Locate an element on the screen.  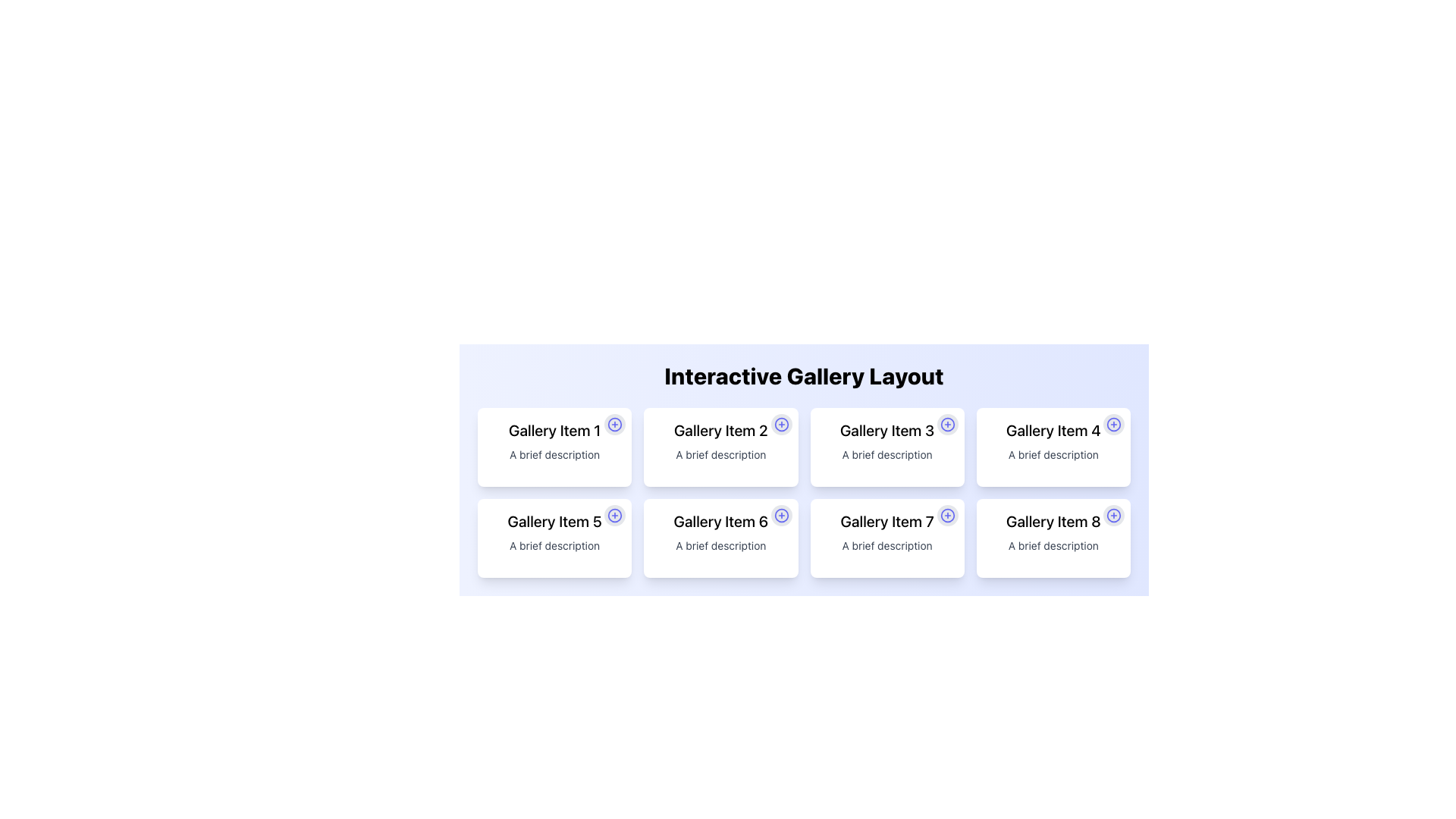
the small circular button with a blue plus sign located in the top-right corner of the card labeled 'Gallery Item 3' is located at coordinates (946, 424).